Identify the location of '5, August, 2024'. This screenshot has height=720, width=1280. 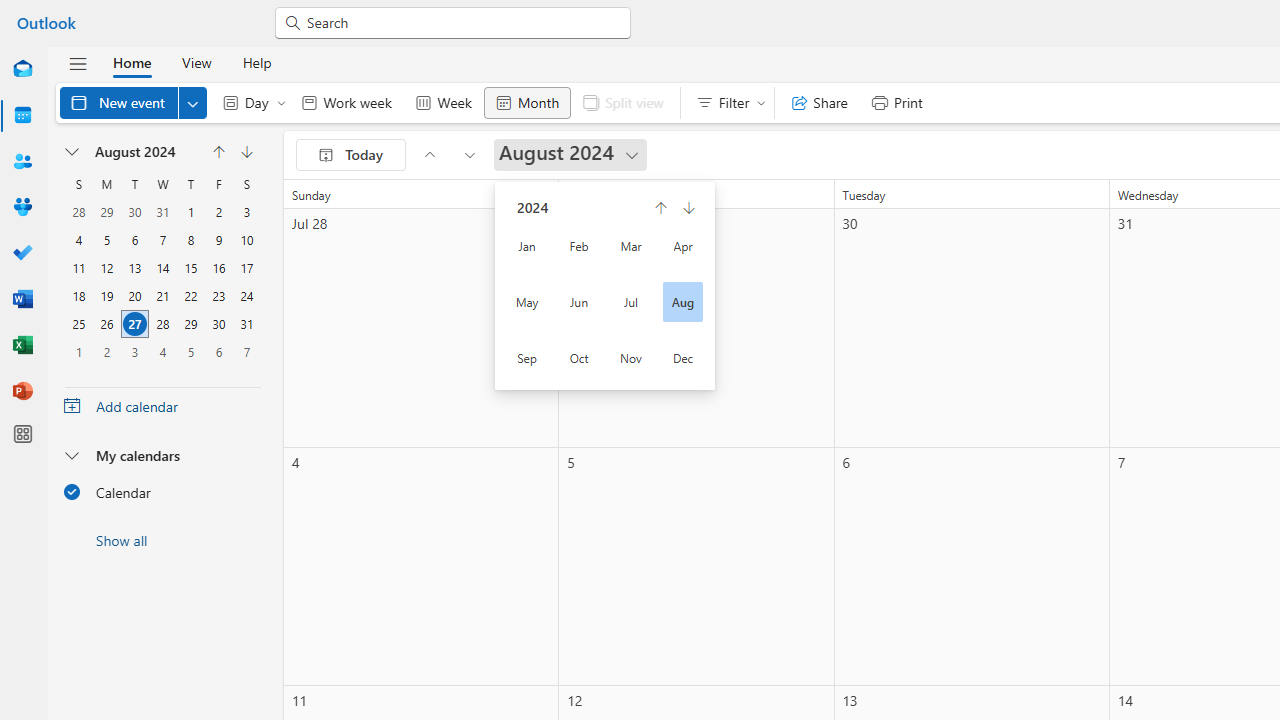
(105, 239).